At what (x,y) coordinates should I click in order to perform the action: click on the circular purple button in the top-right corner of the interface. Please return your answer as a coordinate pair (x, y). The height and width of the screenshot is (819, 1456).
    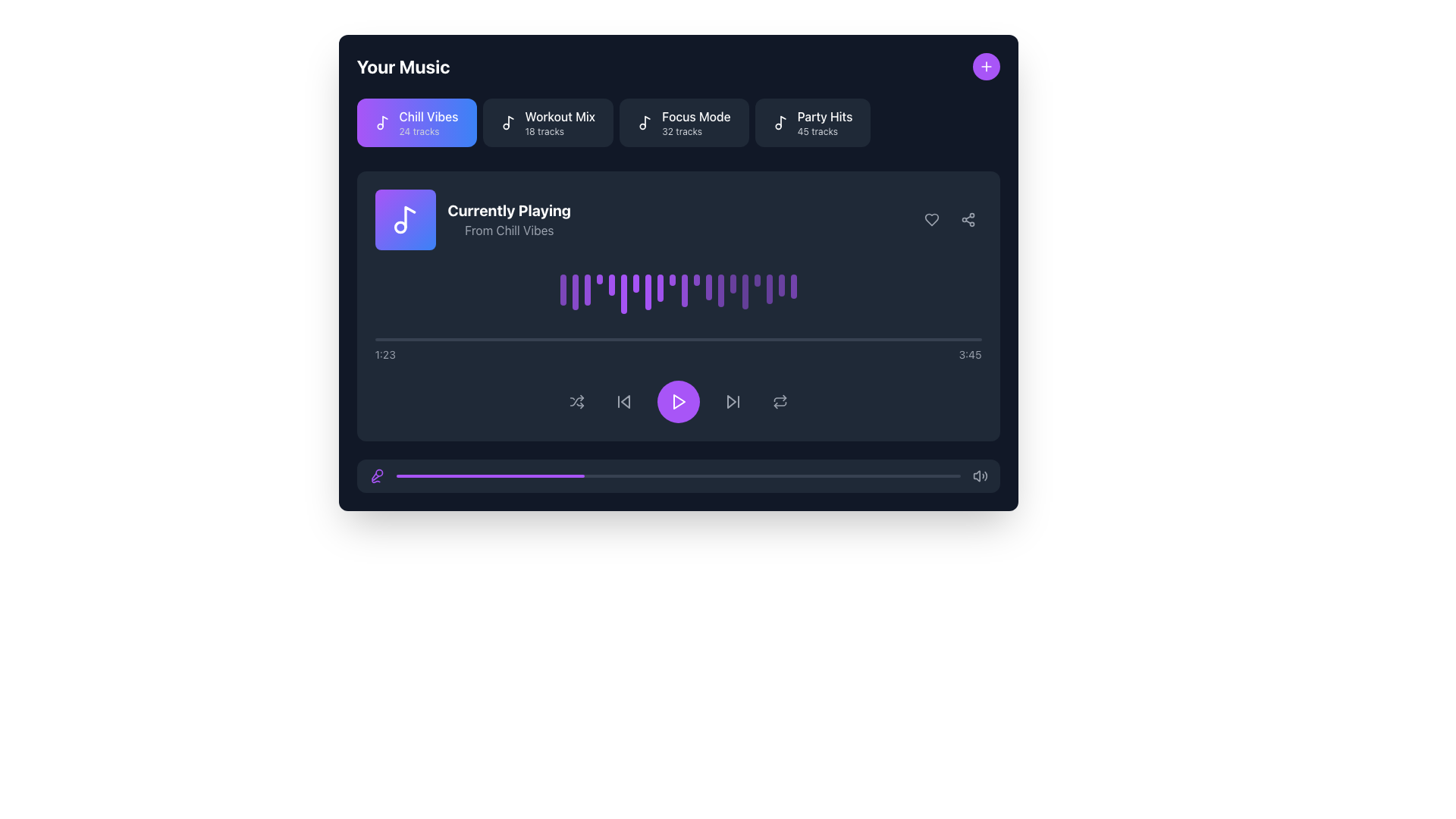
    Looking at the image, I should click on (986, 66).